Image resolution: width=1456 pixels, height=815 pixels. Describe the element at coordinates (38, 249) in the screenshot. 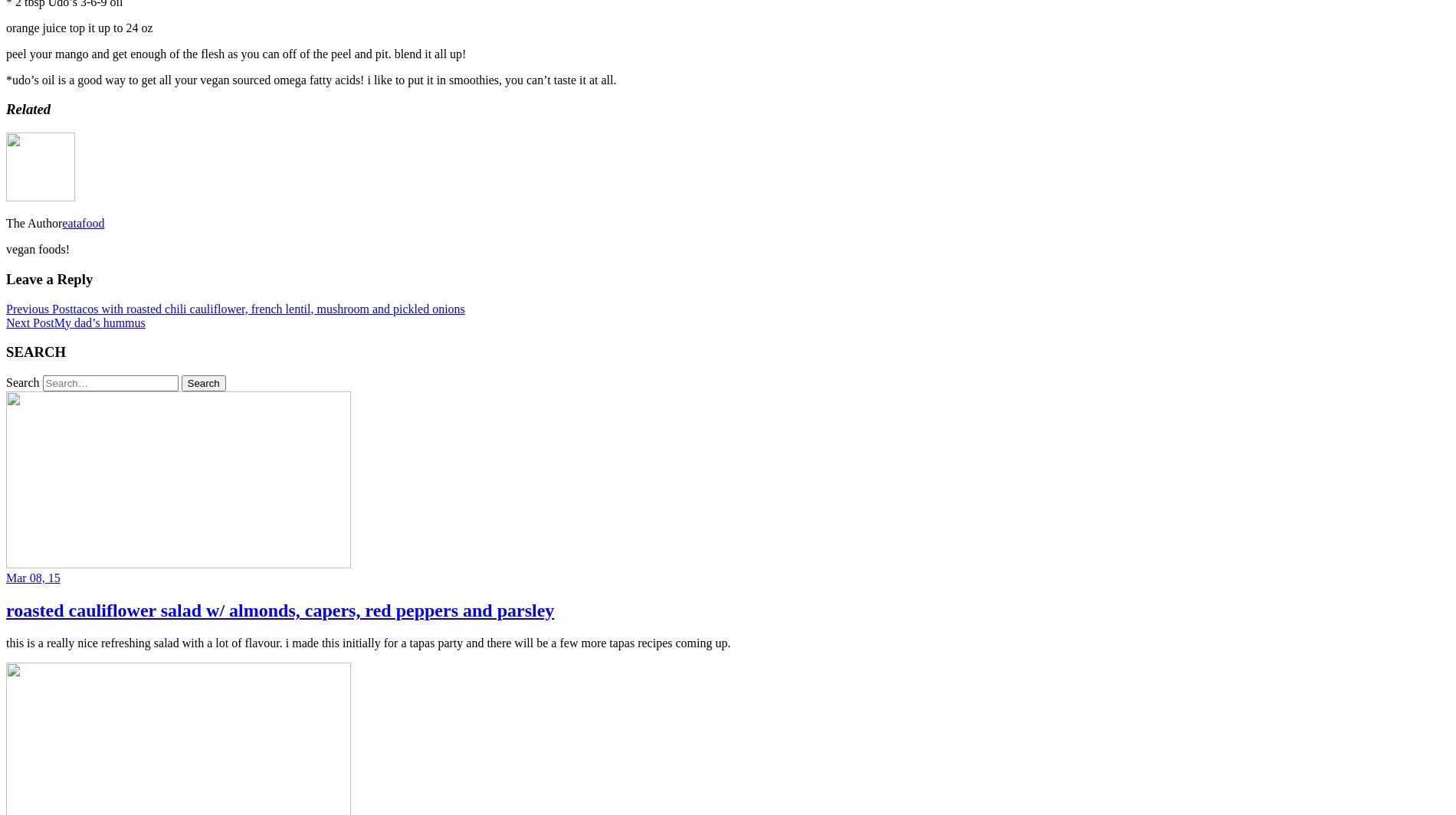

I see `'vegan foods!'` at that location.